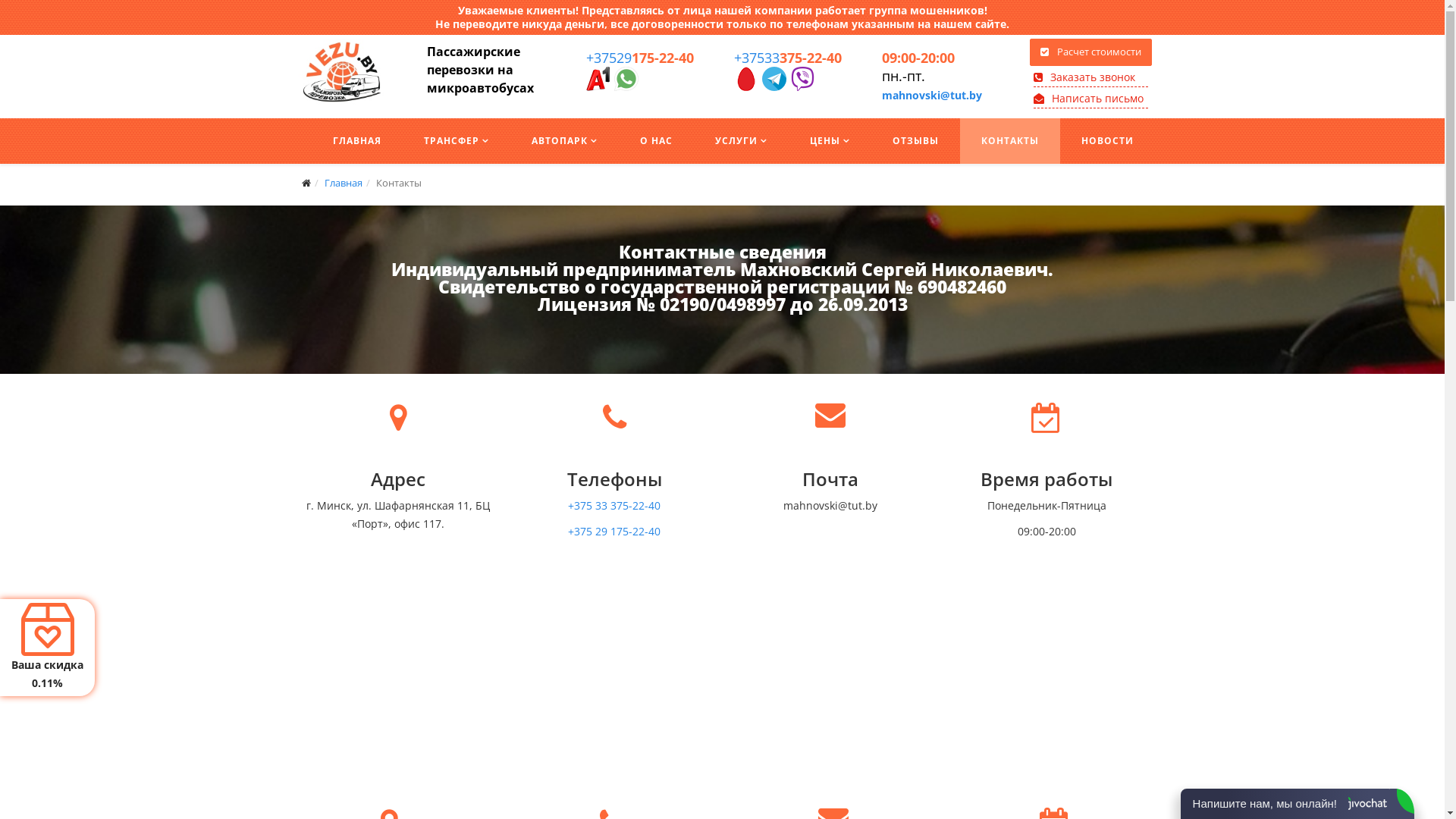 This screenshot has width=1456, height=819. I want to click on '+37529, so click(639, 57).